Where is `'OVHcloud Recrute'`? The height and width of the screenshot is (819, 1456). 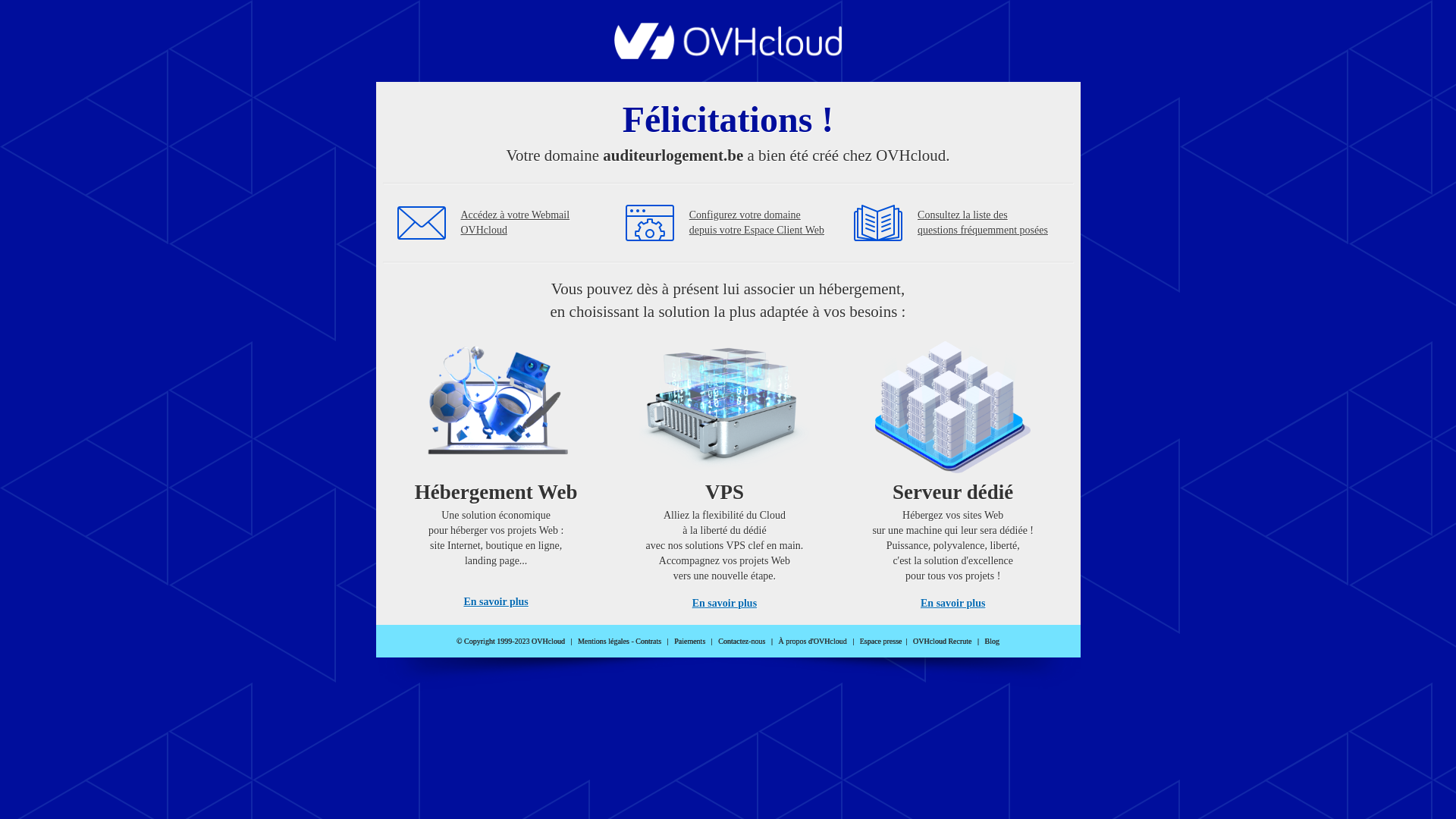 'OVHcloud Recrute' is located at coordinates (941, 641).